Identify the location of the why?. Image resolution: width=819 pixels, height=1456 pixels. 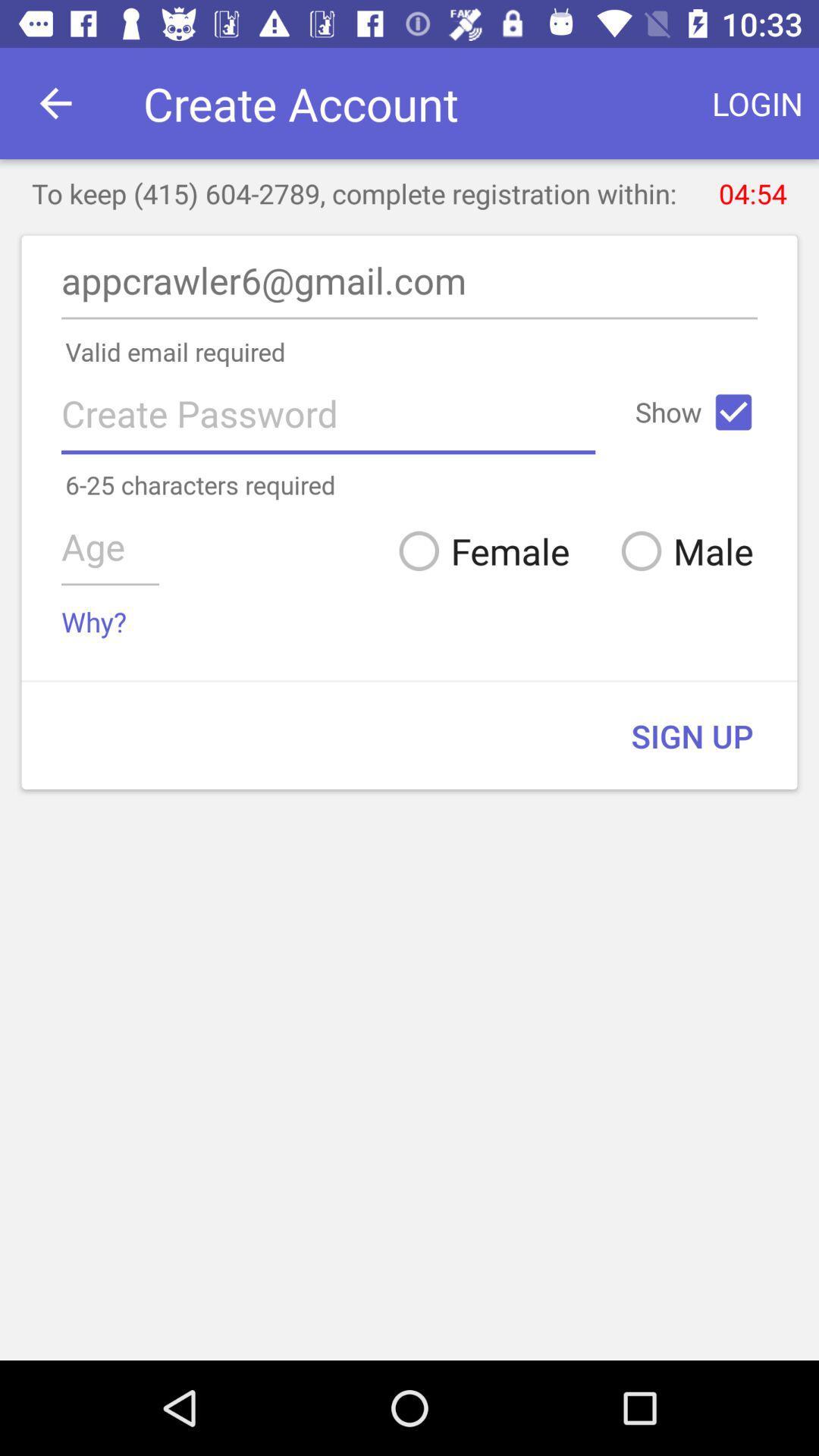
(94, 622).